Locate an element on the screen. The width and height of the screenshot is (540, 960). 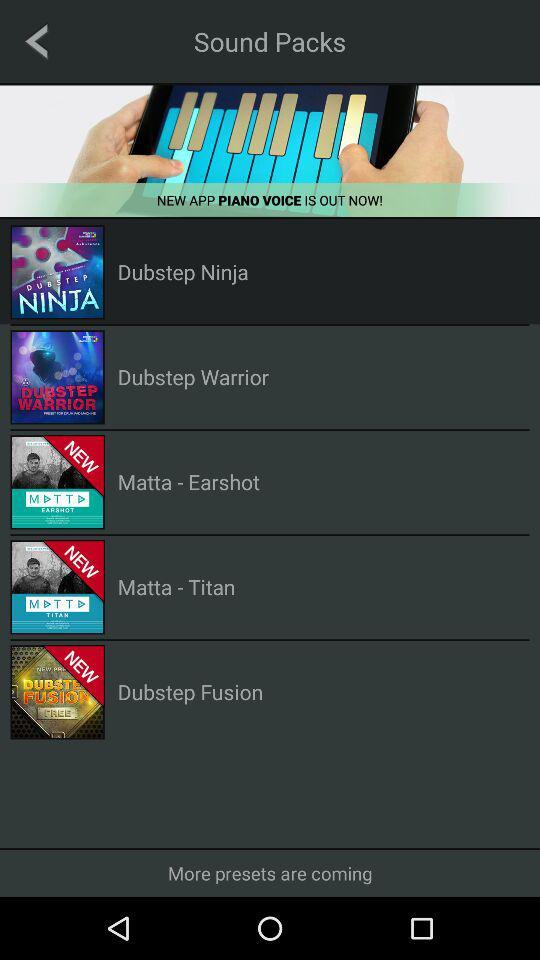
the arrow_backward icon is located at coordinates (36, 40).